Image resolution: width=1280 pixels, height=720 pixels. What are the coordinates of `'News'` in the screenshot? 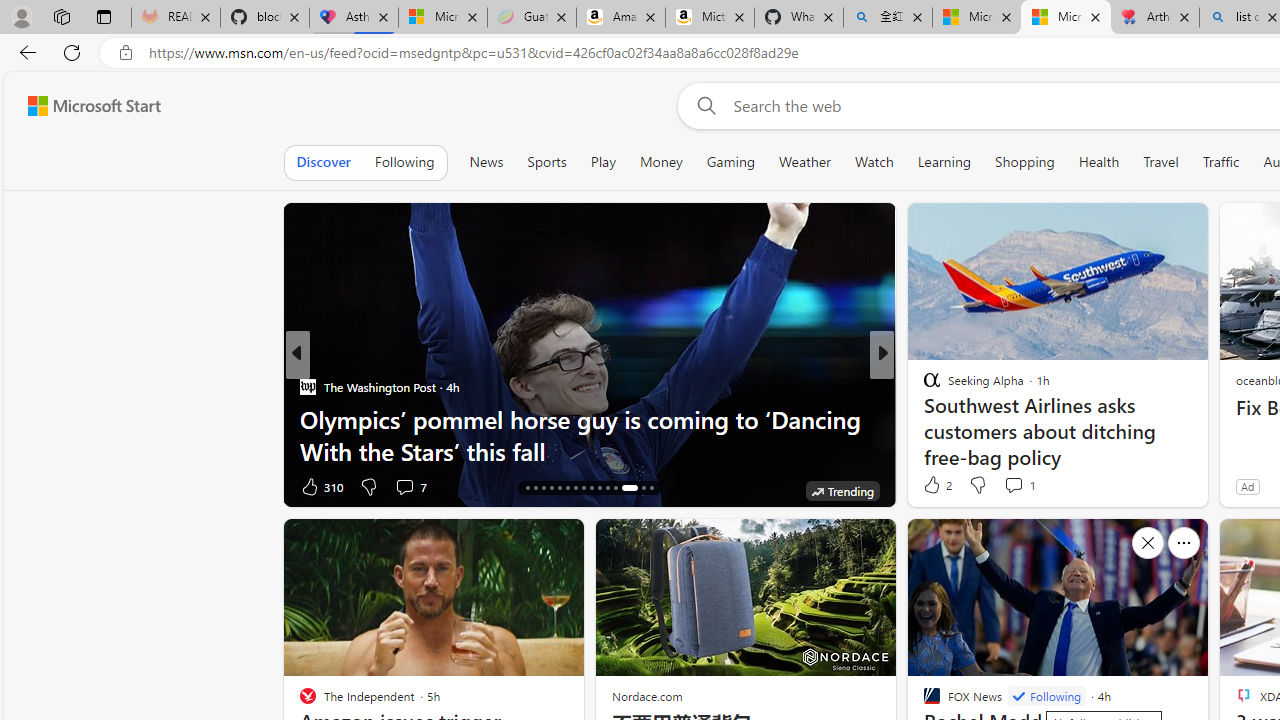 It's located at (486, 161).